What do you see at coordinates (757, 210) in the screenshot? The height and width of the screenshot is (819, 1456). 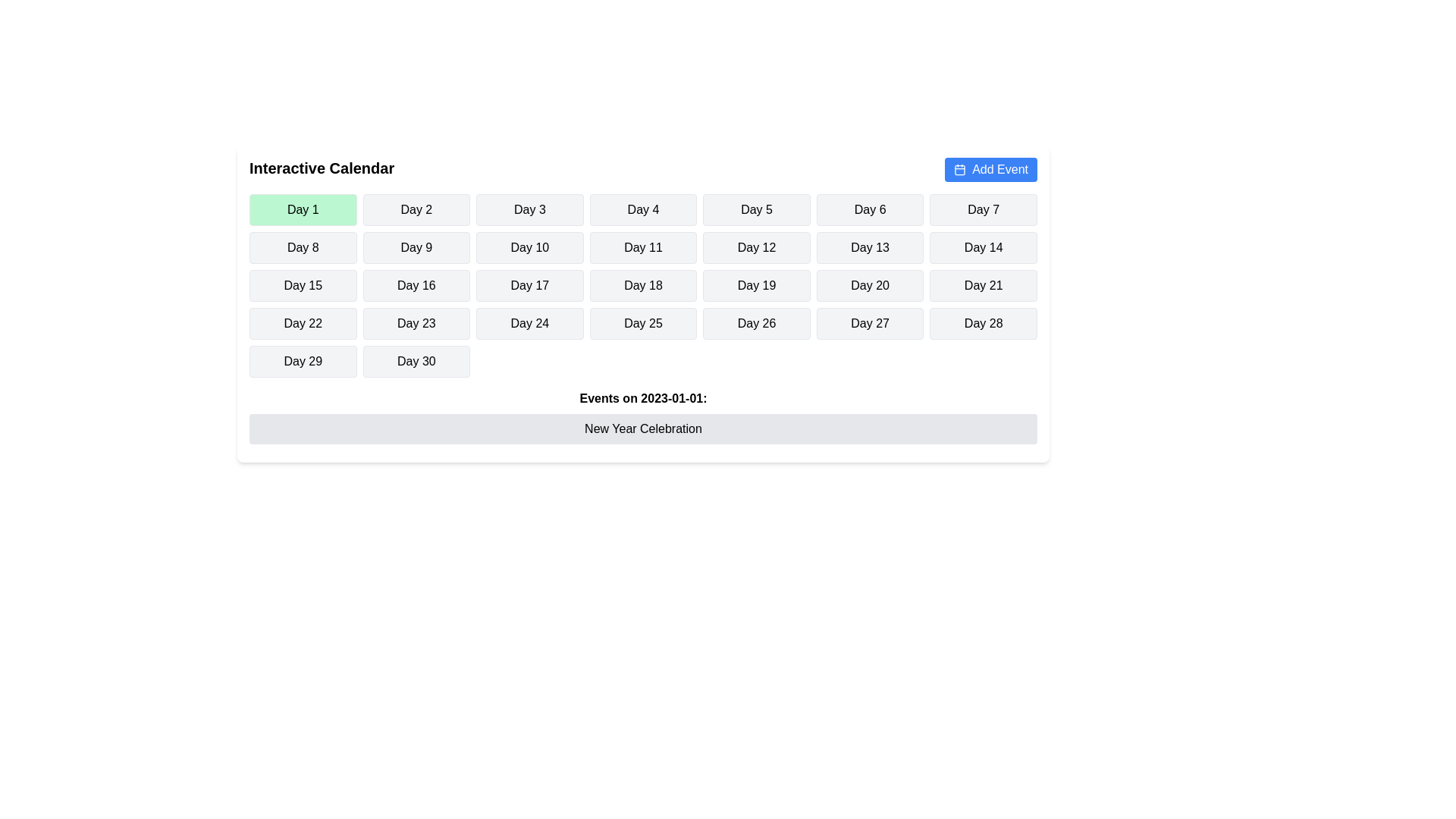 I see `the 'Day 5' button in the interactive calendar` at bounding box center [757, 210].